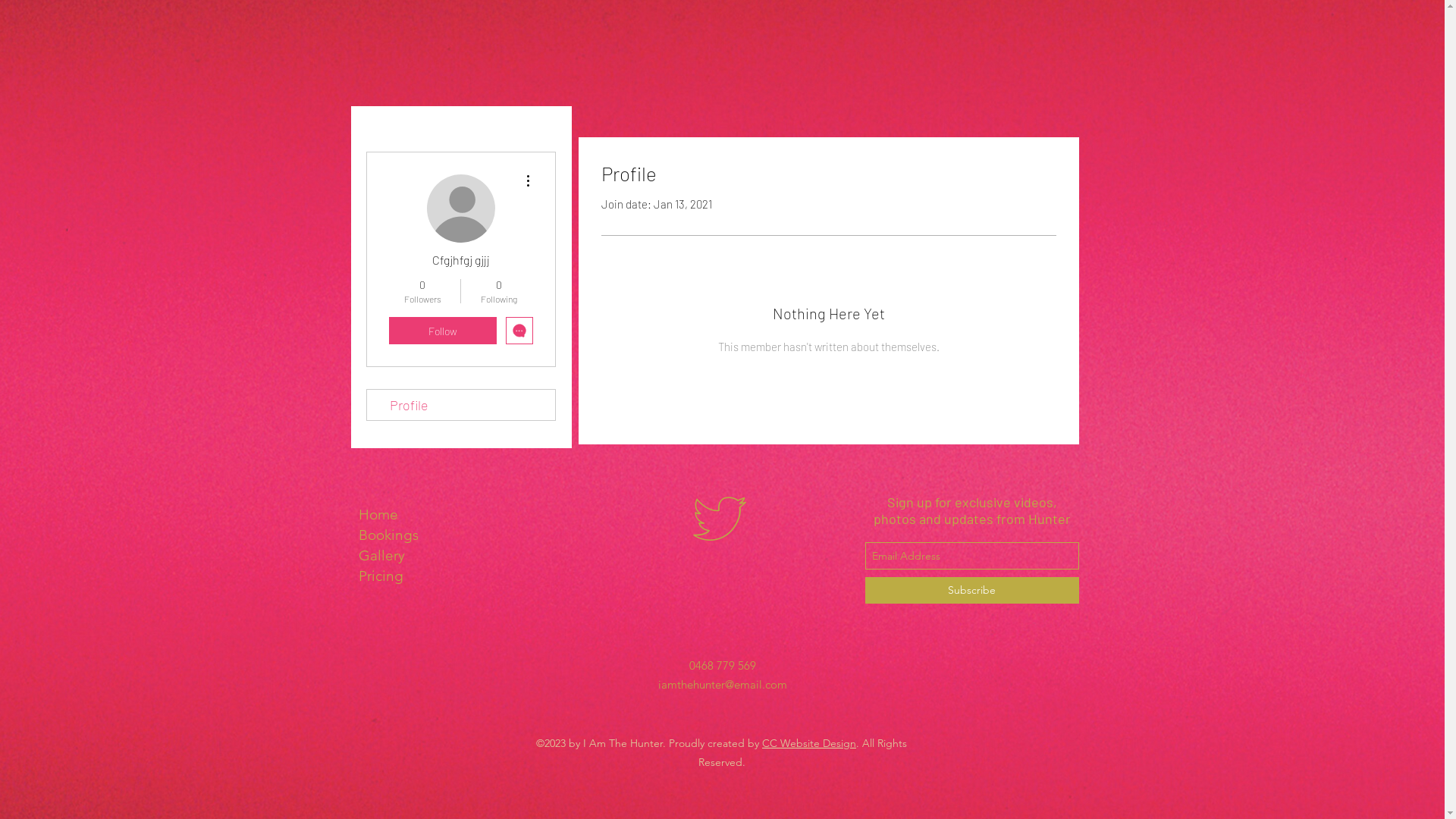  Describe the element at coordinates (808, 742) in the screenshot. I see `'CC Website Design'` at that location.